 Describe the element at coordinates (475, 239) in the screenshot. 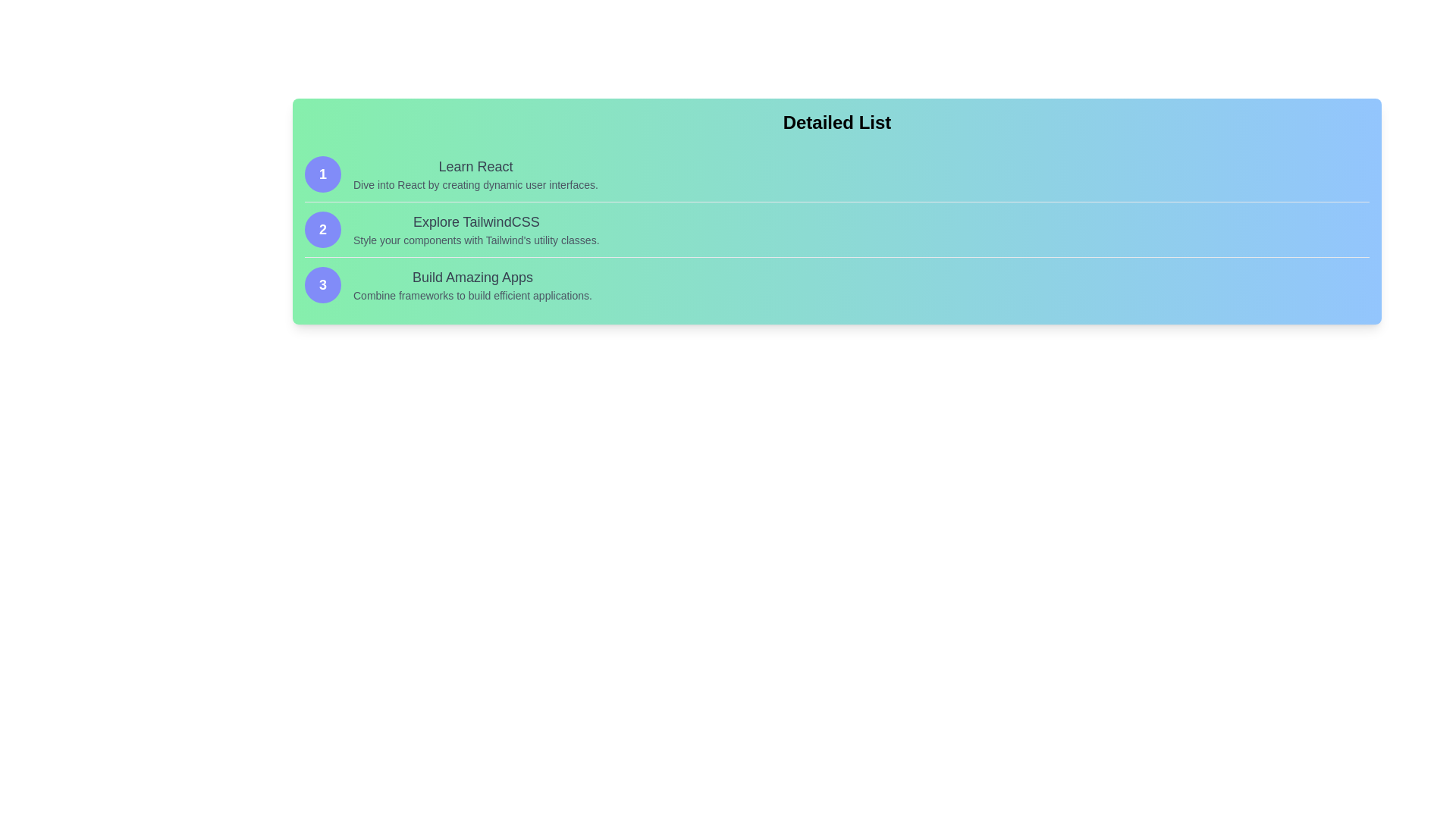

I see `the text element displaying 'Style your components with Tailwind's utility classes.', which is a descriptive subtext located below the heading 'Explore TailwindCSS'` at that location.